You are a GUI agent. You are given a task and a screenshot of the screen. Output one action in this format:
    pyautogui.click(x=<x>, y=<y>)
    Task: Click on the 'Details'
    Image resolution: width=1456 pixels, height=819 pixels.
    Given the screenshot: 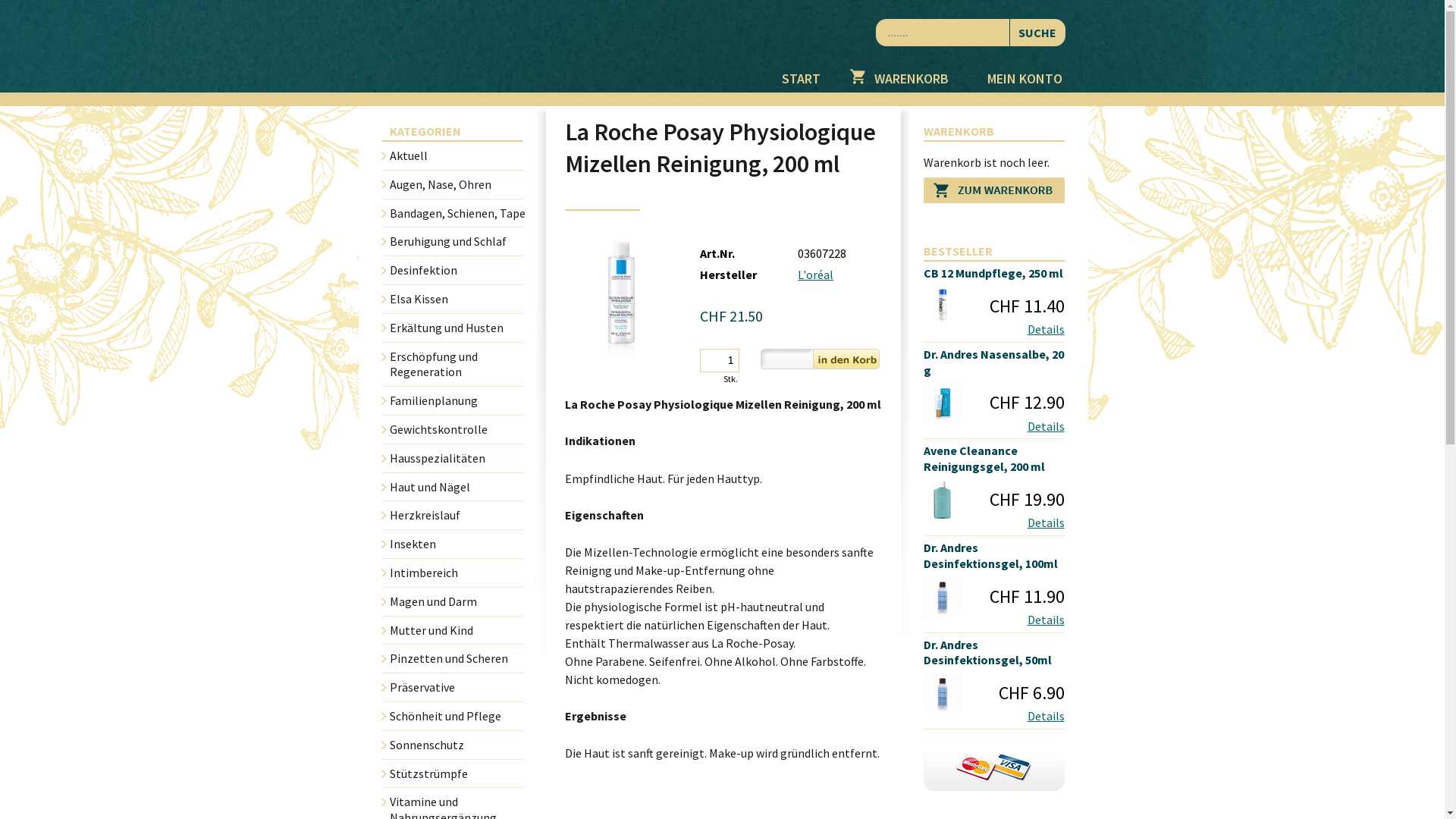 What is the action you would take?
    pyautogui.click(x=1044, y=328)
    